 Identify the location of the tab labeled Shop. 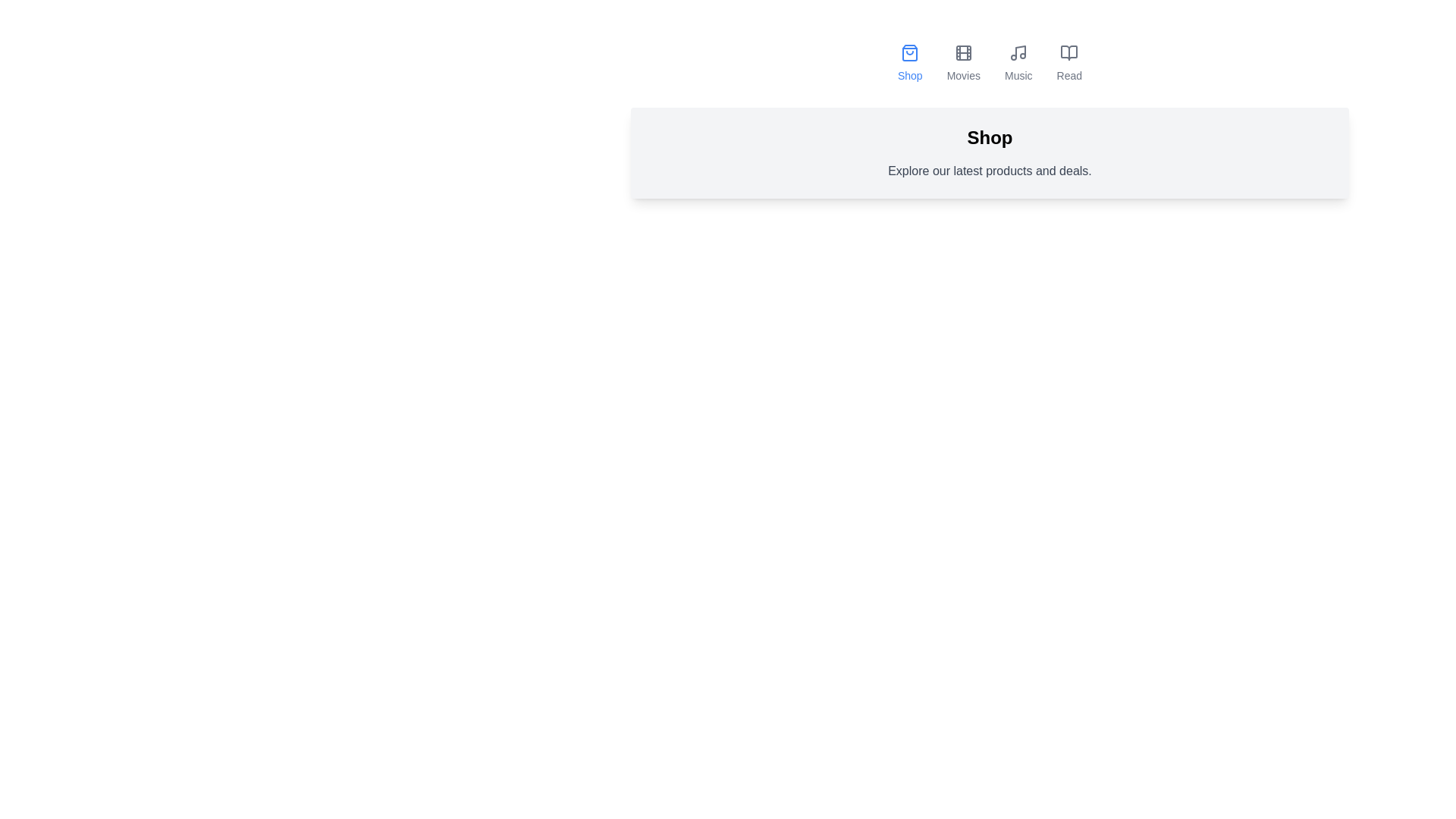
(910, 63).